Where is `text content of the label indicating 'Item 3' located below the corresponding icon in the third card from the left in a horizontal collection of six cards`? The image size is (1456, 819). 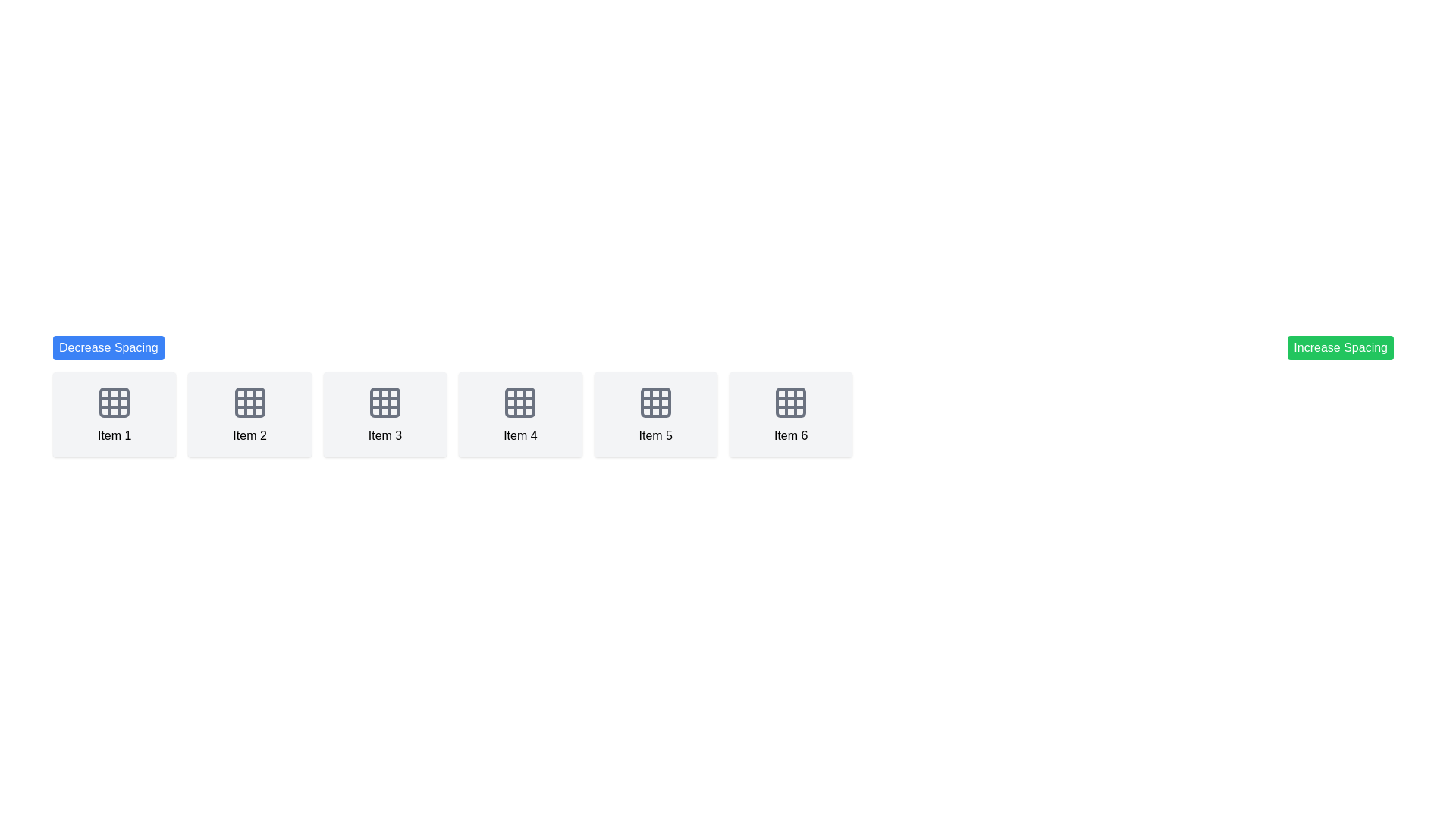 text content of the label indicating 'Item 3' located below the corresponding icon in the third card from the left in a horizontal collection of six cards is located at coordinates (385, 435).